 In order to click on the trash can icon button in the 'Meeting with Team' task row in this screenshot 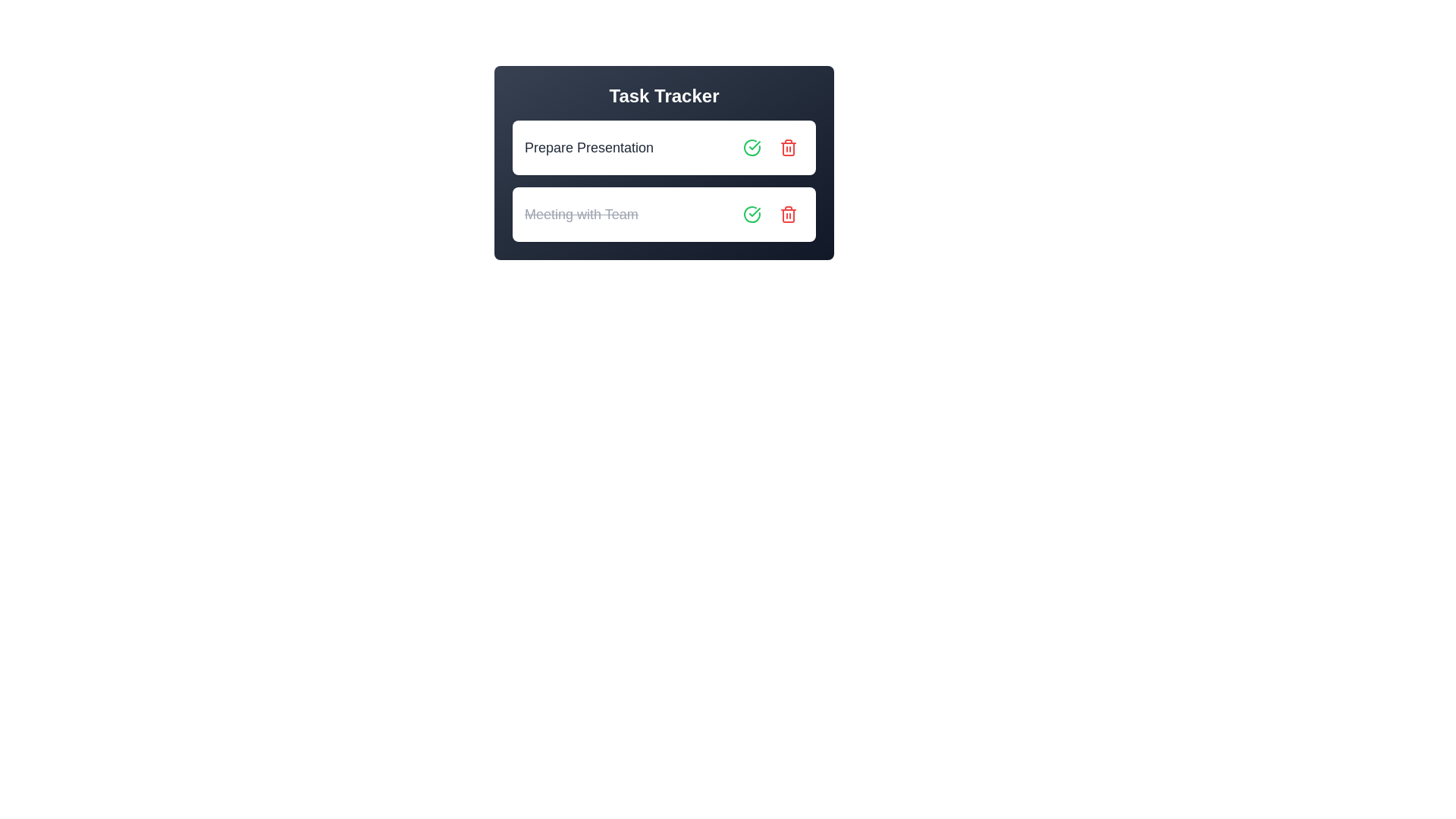, I will do `click(789, 214)`.